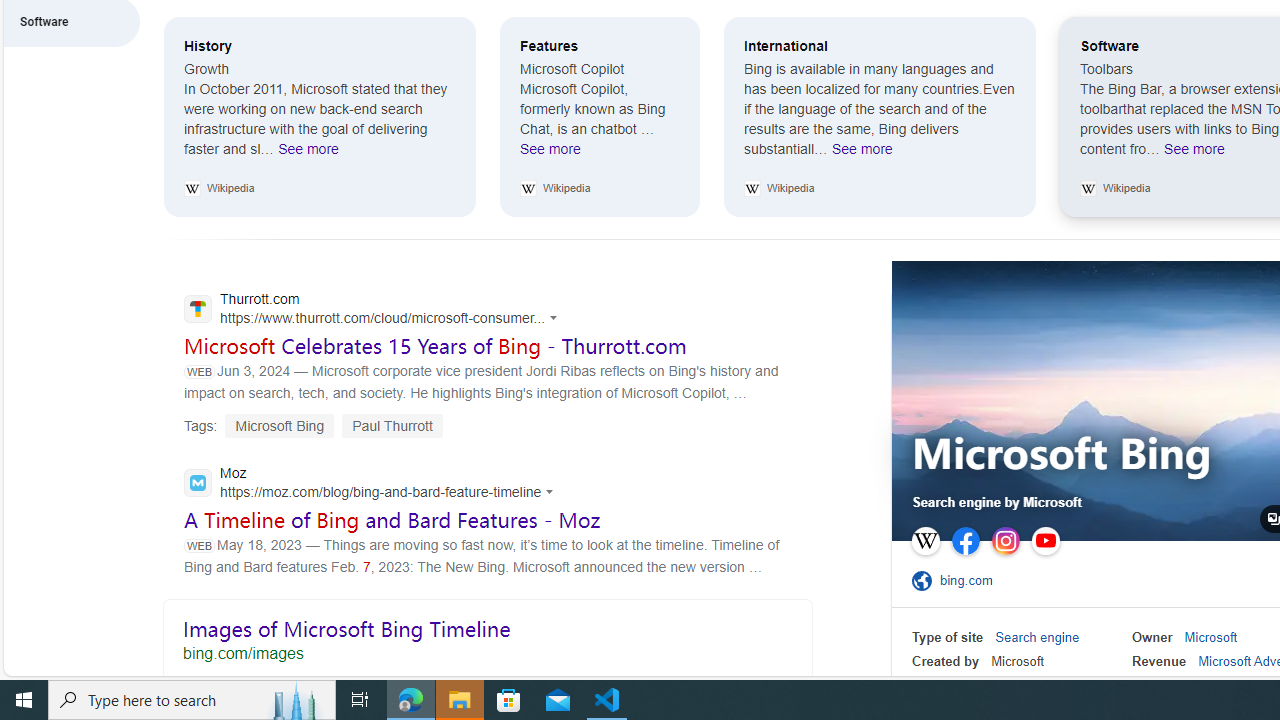  What do you see at coordinates (1044, 541) in the screenshot?
I see `'YouTube'` at bounding box center [1044, 541].